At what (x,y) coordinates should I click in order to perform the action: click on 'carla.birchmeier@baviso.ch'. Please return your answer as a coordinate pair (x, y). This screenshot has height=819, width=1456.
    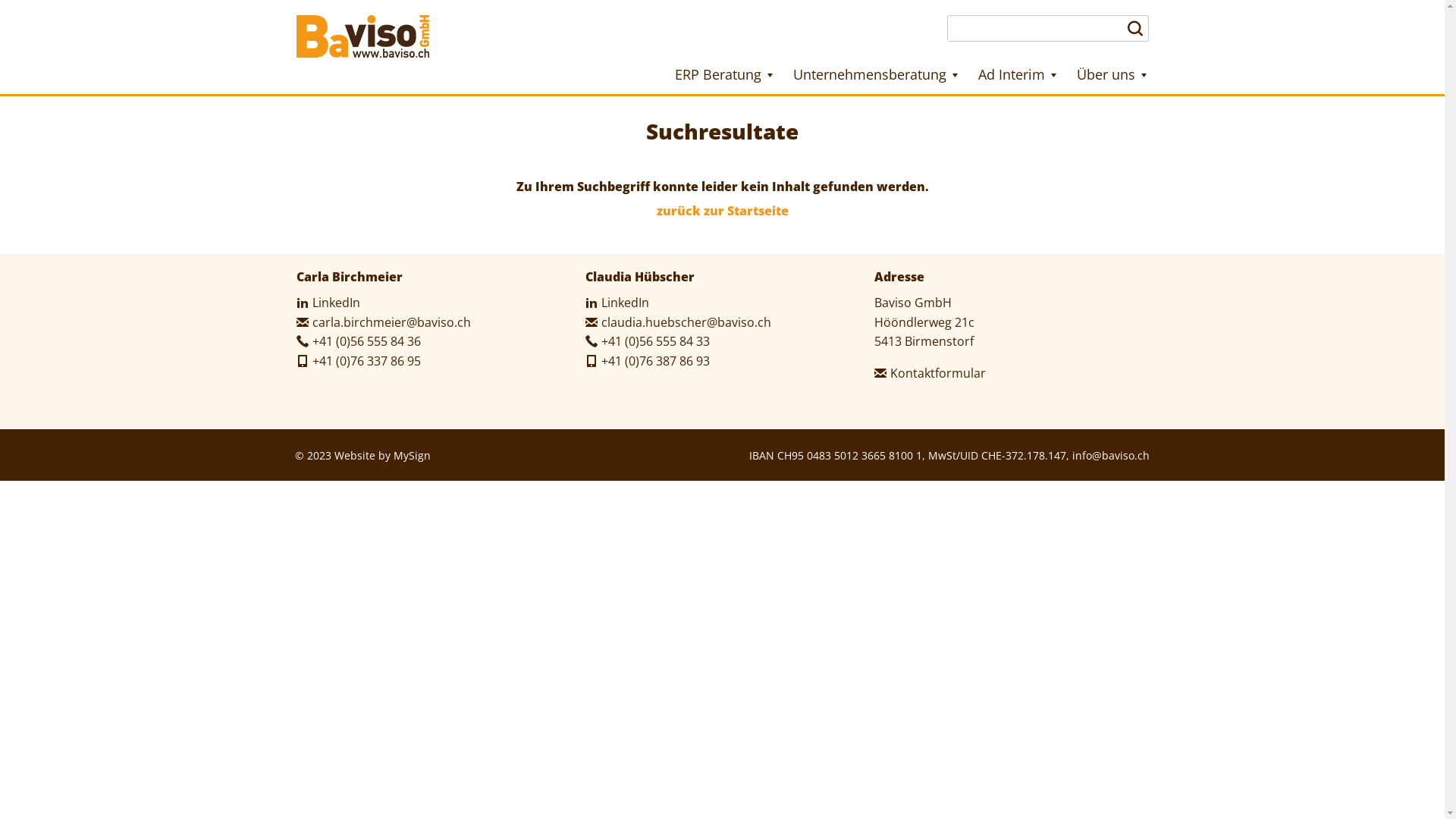
    Looking at the image, I should click on (382, 321).